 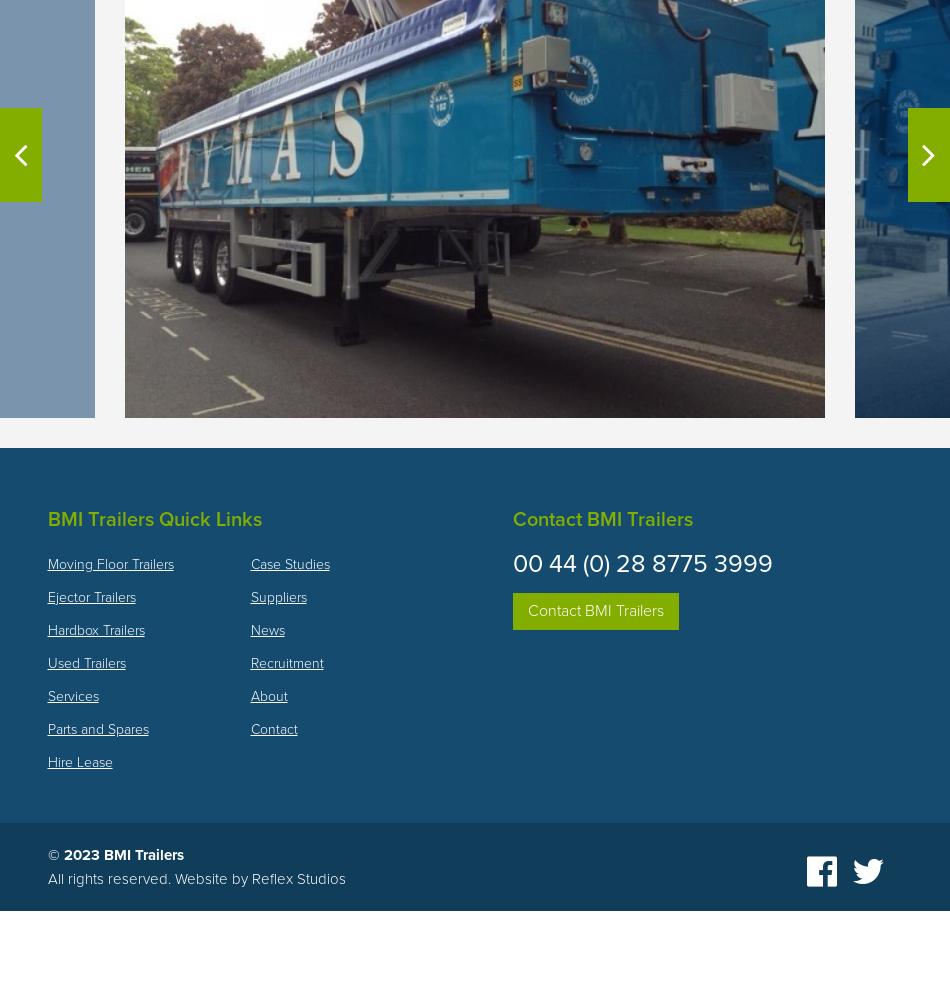 What do you see at coordinates (72, 694) in the screenshot?
I see `'Services'` at bounding box center [72, 694].